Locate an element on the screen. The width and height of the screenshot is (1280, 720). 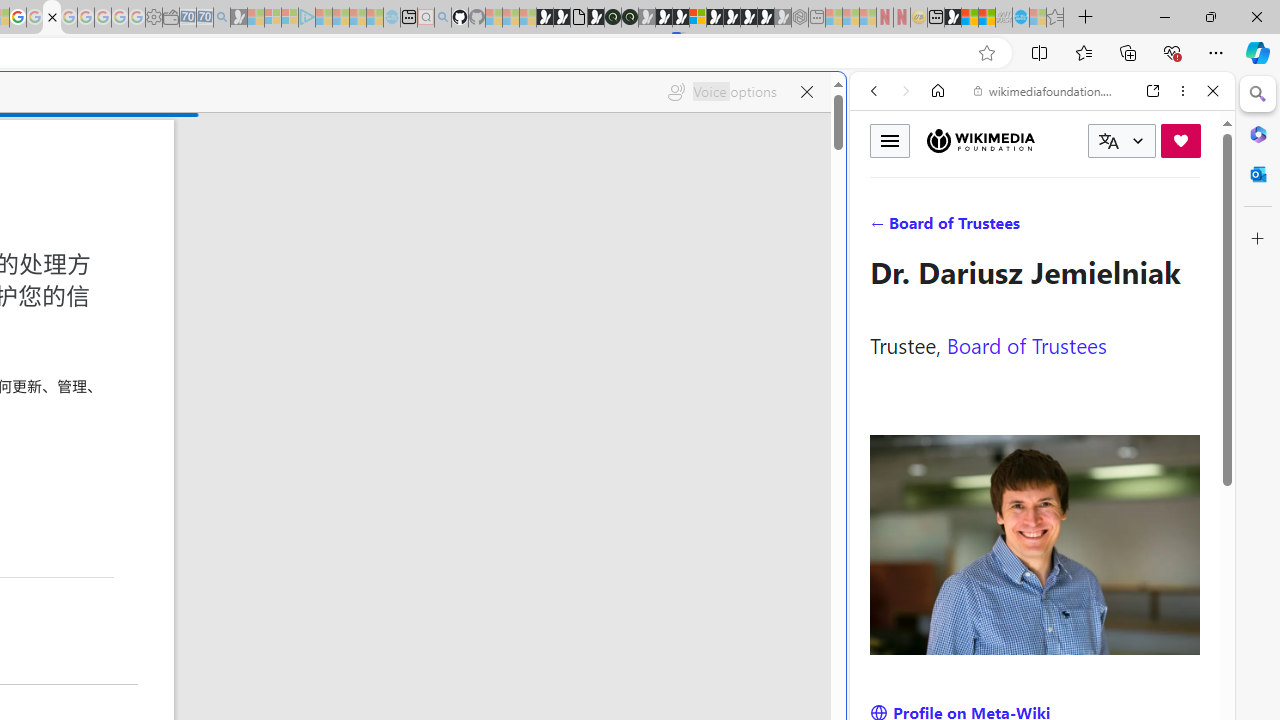
'Wikimedia Foundation' is located at coordinates (981, 139).